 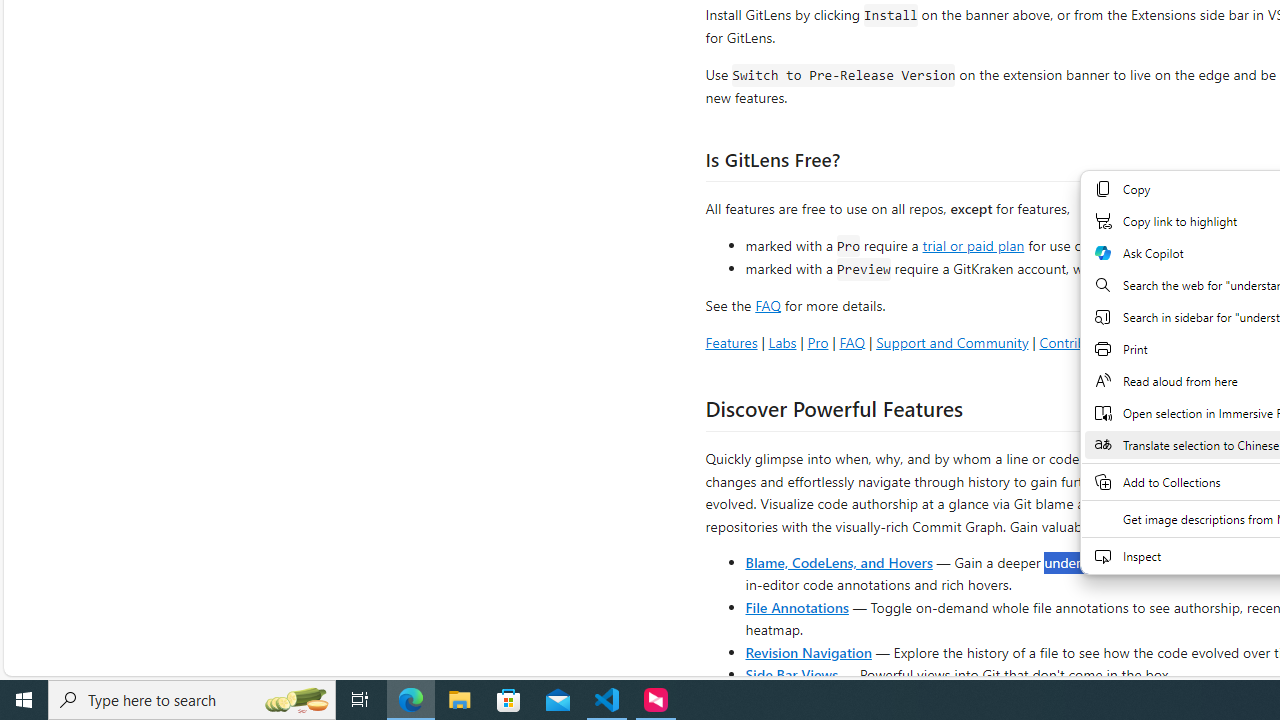 What do you see at coordinates (790, 673) in the screenshot?
I see `'Side Bar Views'` at bounding box center [790, 673].